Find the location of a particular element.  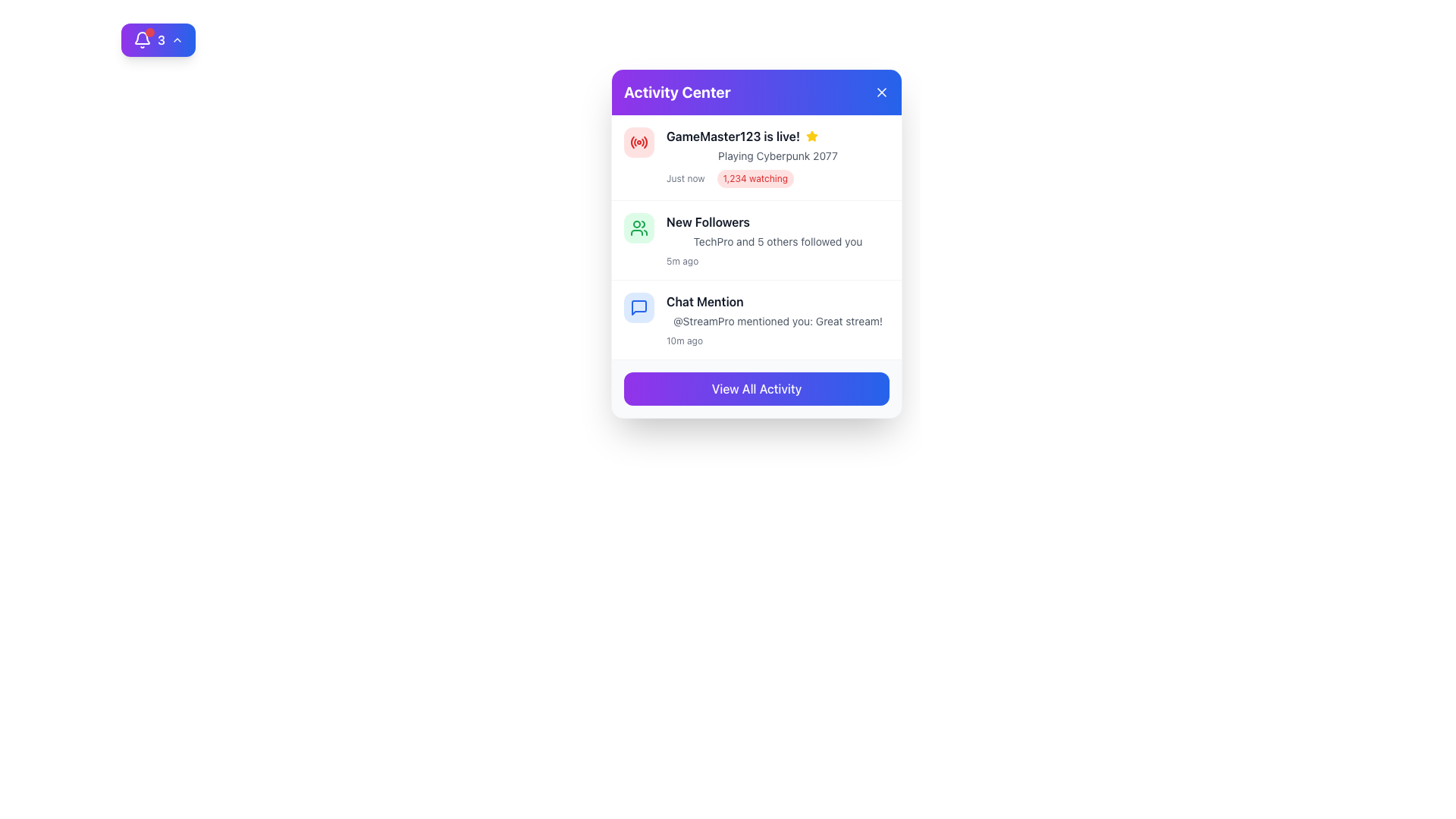

the second notification card in the Activity Center is located at coordinates (757, 239).